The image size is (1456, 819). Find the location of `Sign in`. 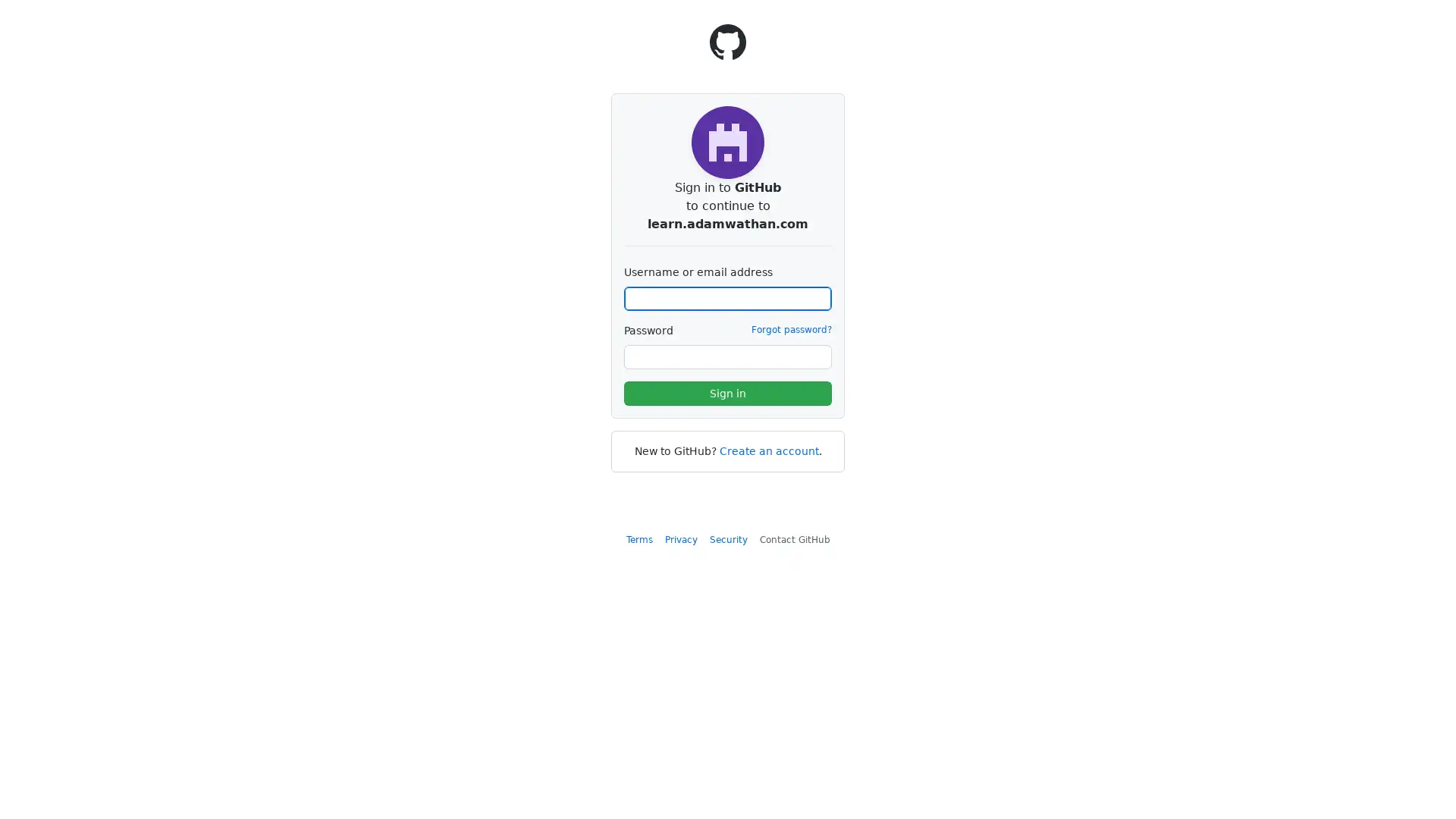

Sign in is located at coordinates (728, 393).